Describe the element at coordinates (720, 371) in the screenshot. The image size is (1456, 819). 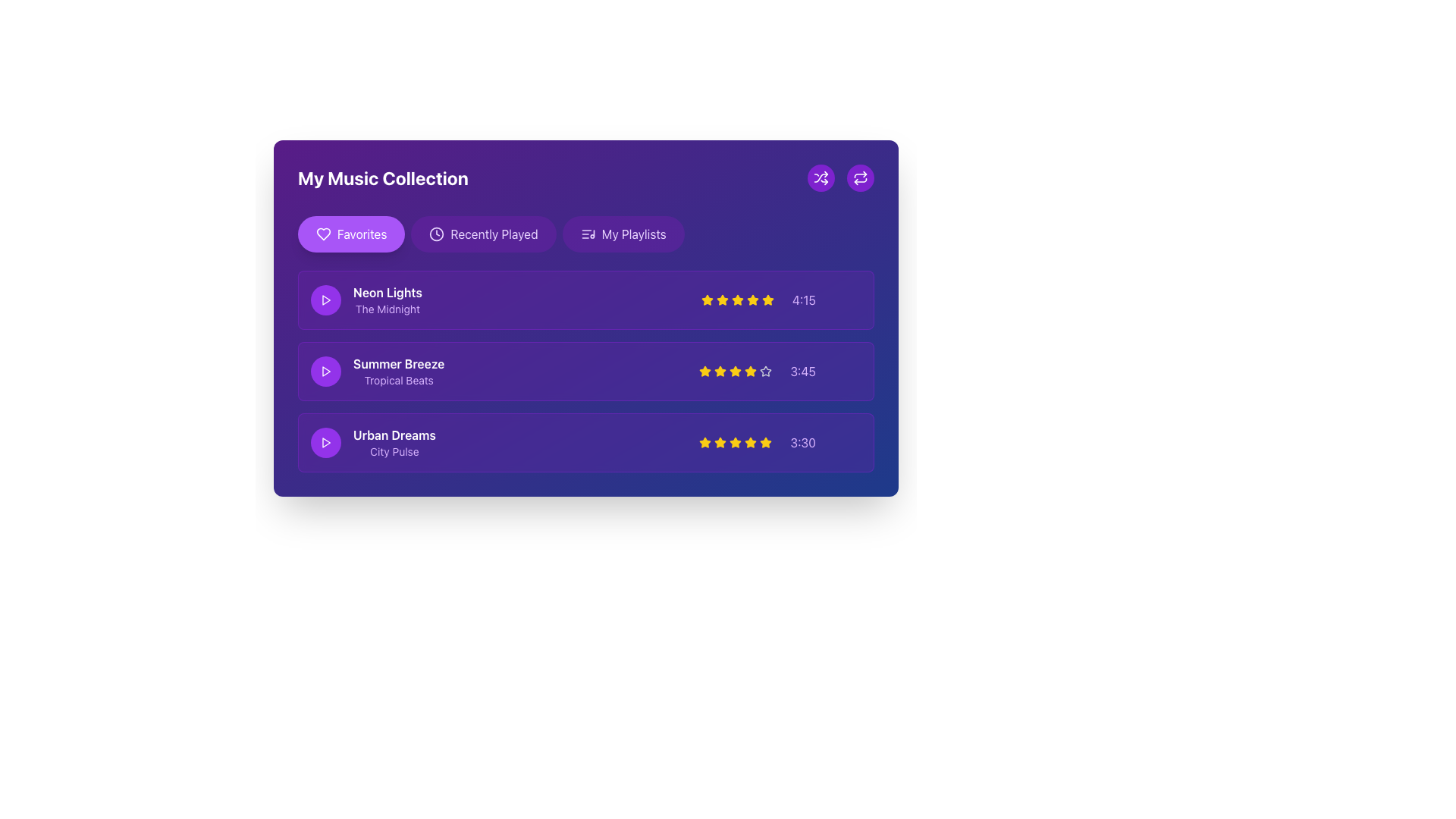
I see `the third yellow star icon in the rating system for the song 'Summer Breeze' by 'Tropical Beats'` at that location.